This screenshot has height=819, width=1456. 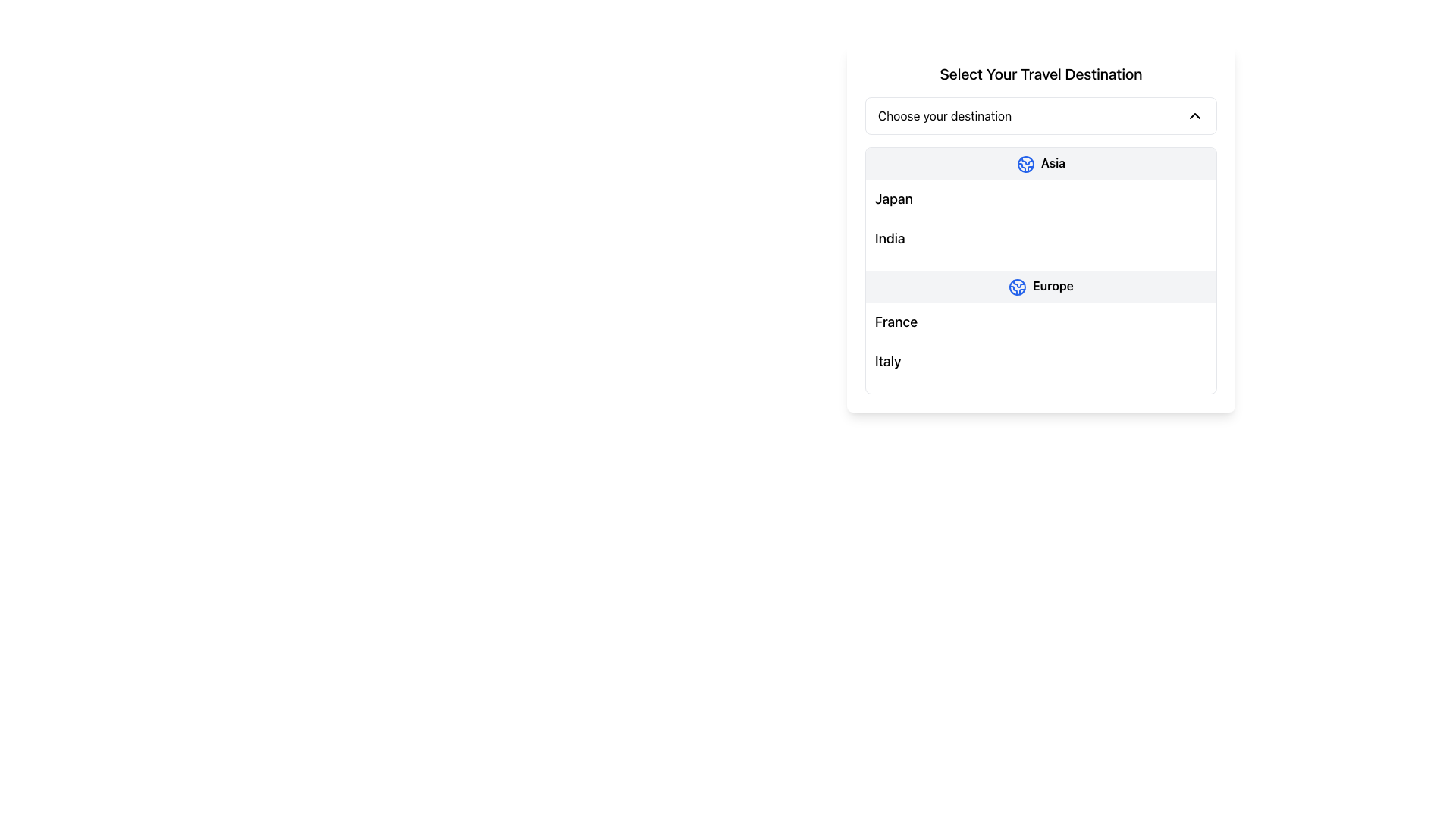 What do you see at coordinates (1052, 285) in the screenshot?
I see `the text label in the dropdown list of destinations, which is located in the middle of the second row and has a light gray background with an adjacent globe icon` at bounding box center [1052, 285].